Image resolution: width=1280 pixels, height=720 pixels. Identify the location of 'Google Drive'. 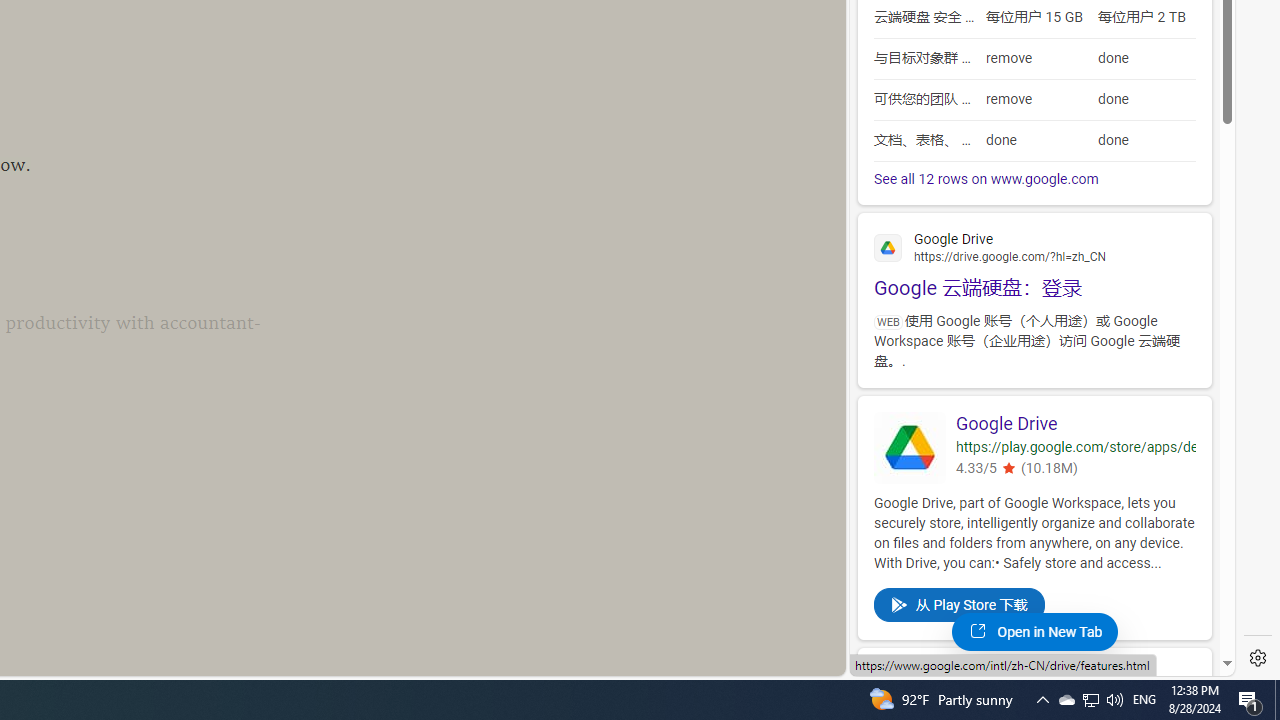
(1074, 423).